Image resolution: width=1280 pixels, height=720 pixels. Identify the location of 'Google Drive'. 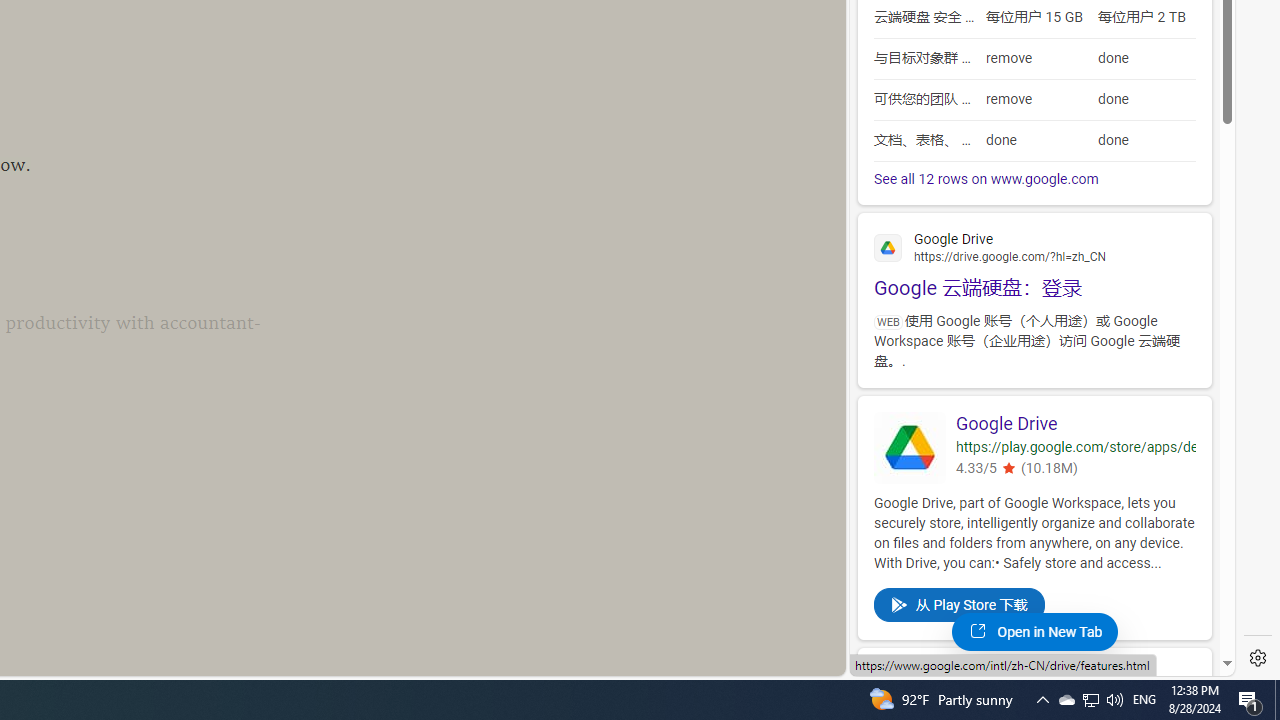
(1074, 423).